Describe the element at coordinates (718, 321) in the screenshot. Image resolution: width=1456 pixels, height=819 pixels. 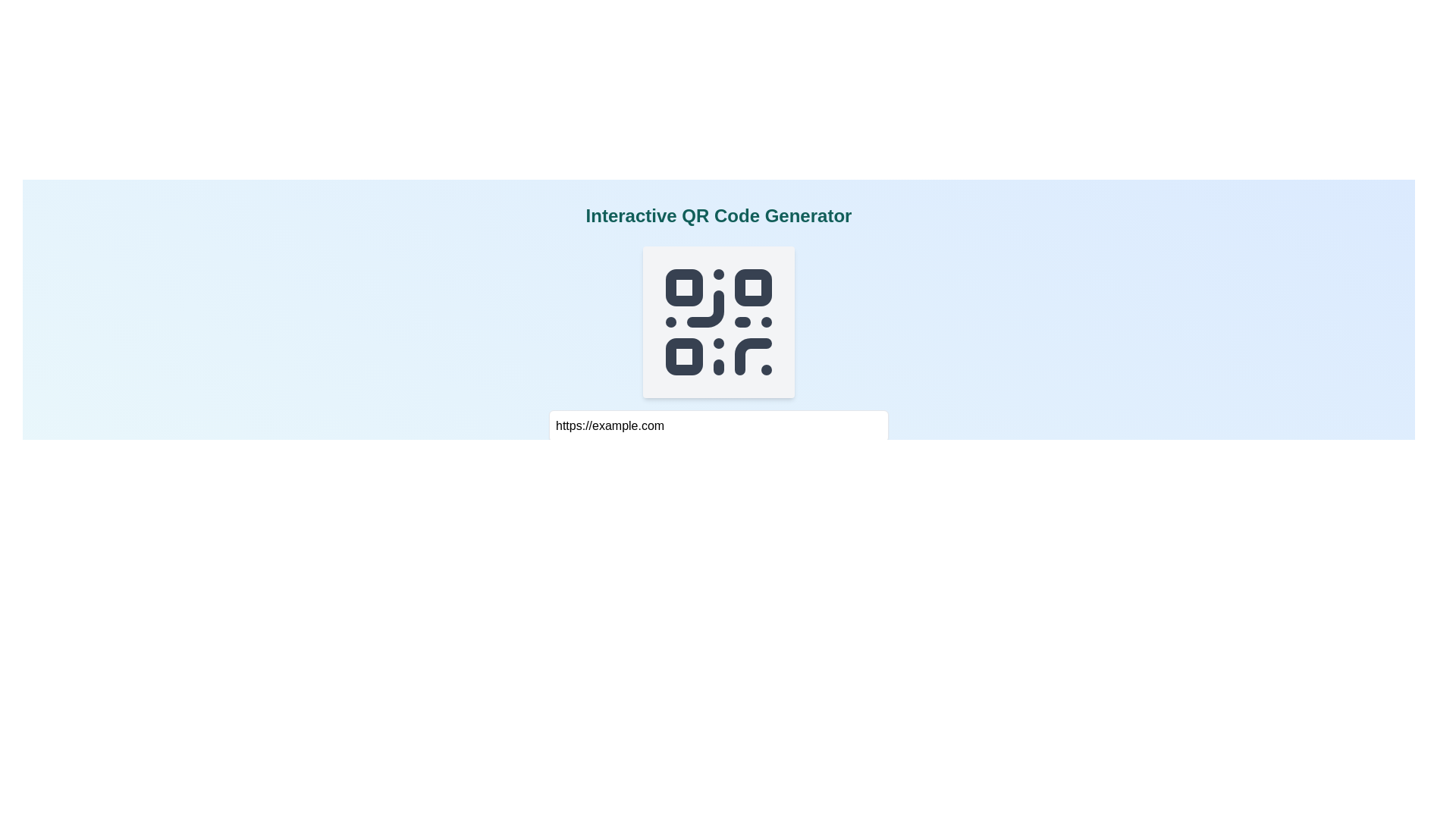
I see `the non-interactive visual element that displays a QR code, which is located beneath the header 'Interactive QR Code Generator'` at that location.